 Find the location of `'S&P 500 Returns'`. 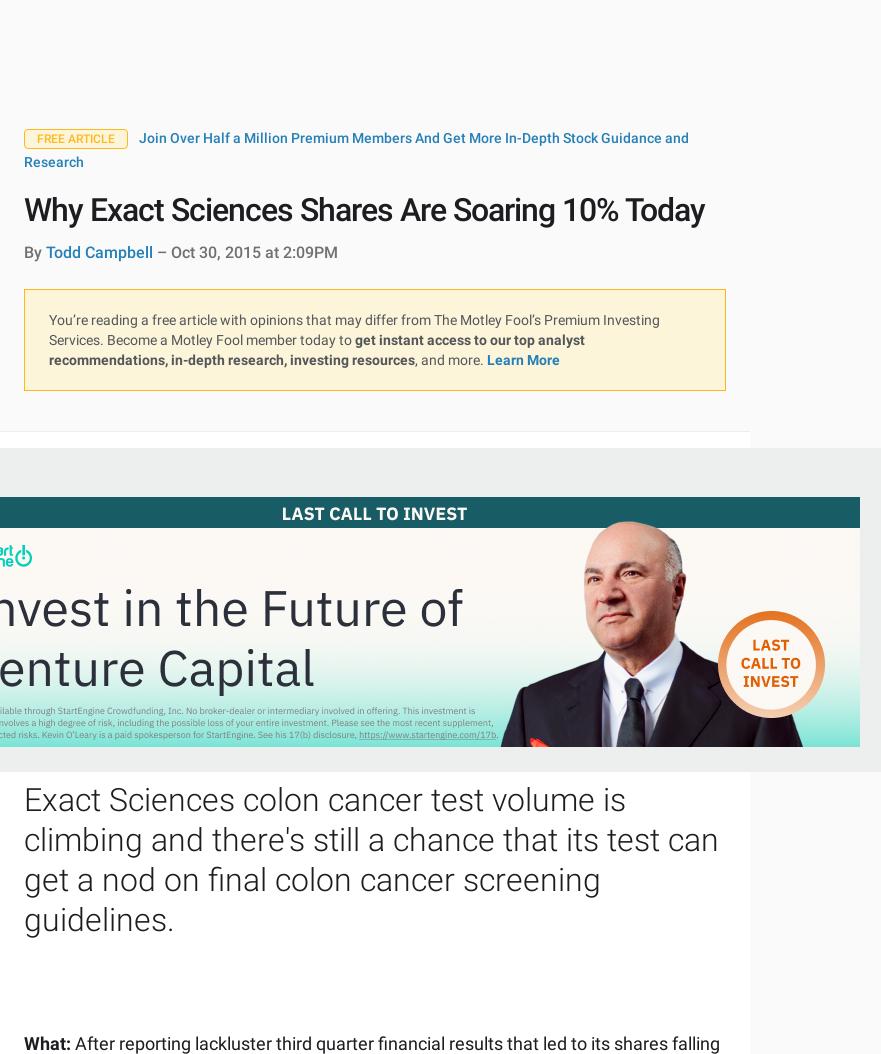

'S&P 500 Returns' is located at coordinates (553, 655).